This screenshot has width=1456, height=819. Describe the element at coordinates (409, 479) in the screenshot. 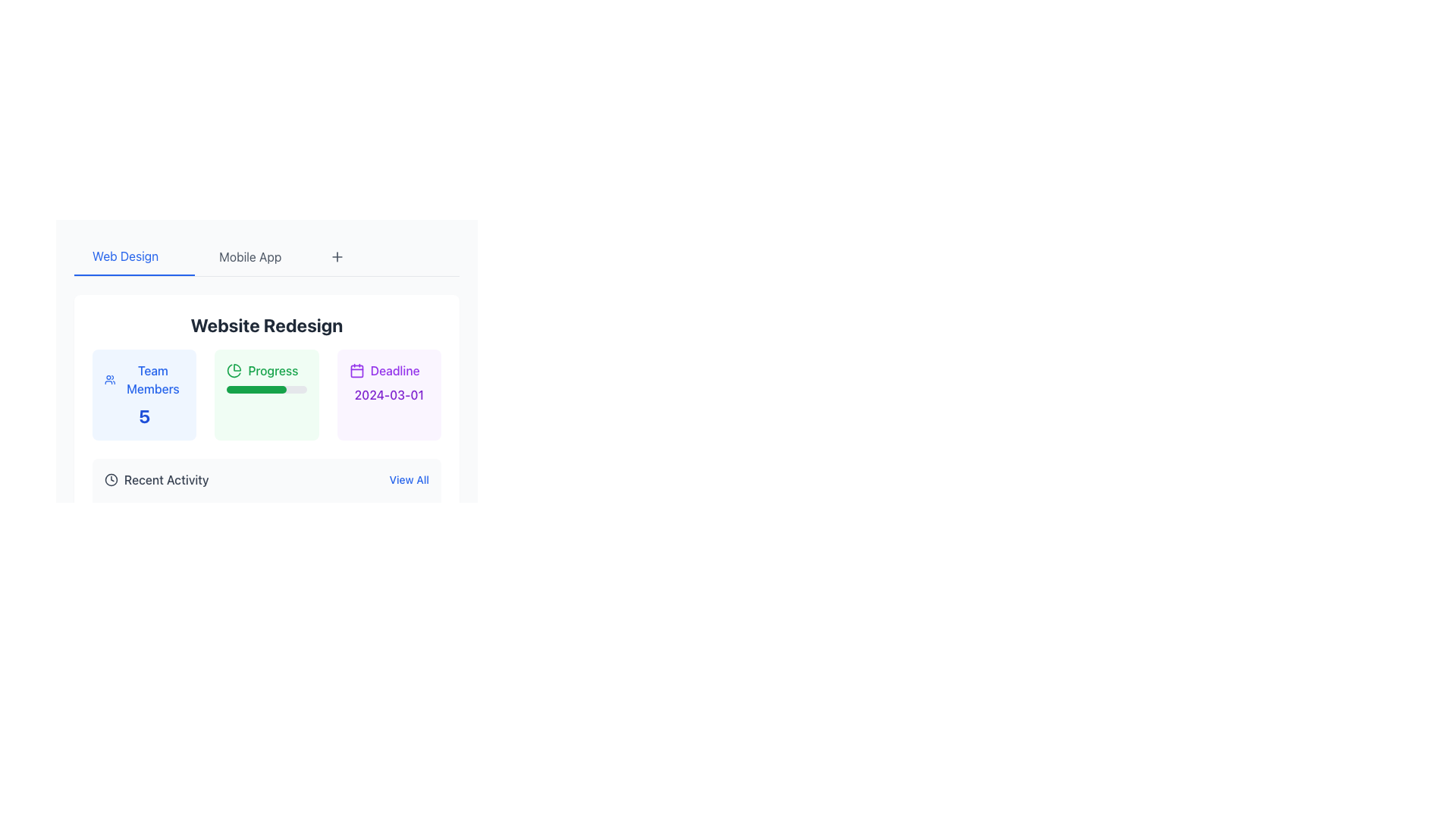

I see `the 'View All' text button, which is styled with a blue font and is located at the far right of the 'Recent Activity' section` at that location.